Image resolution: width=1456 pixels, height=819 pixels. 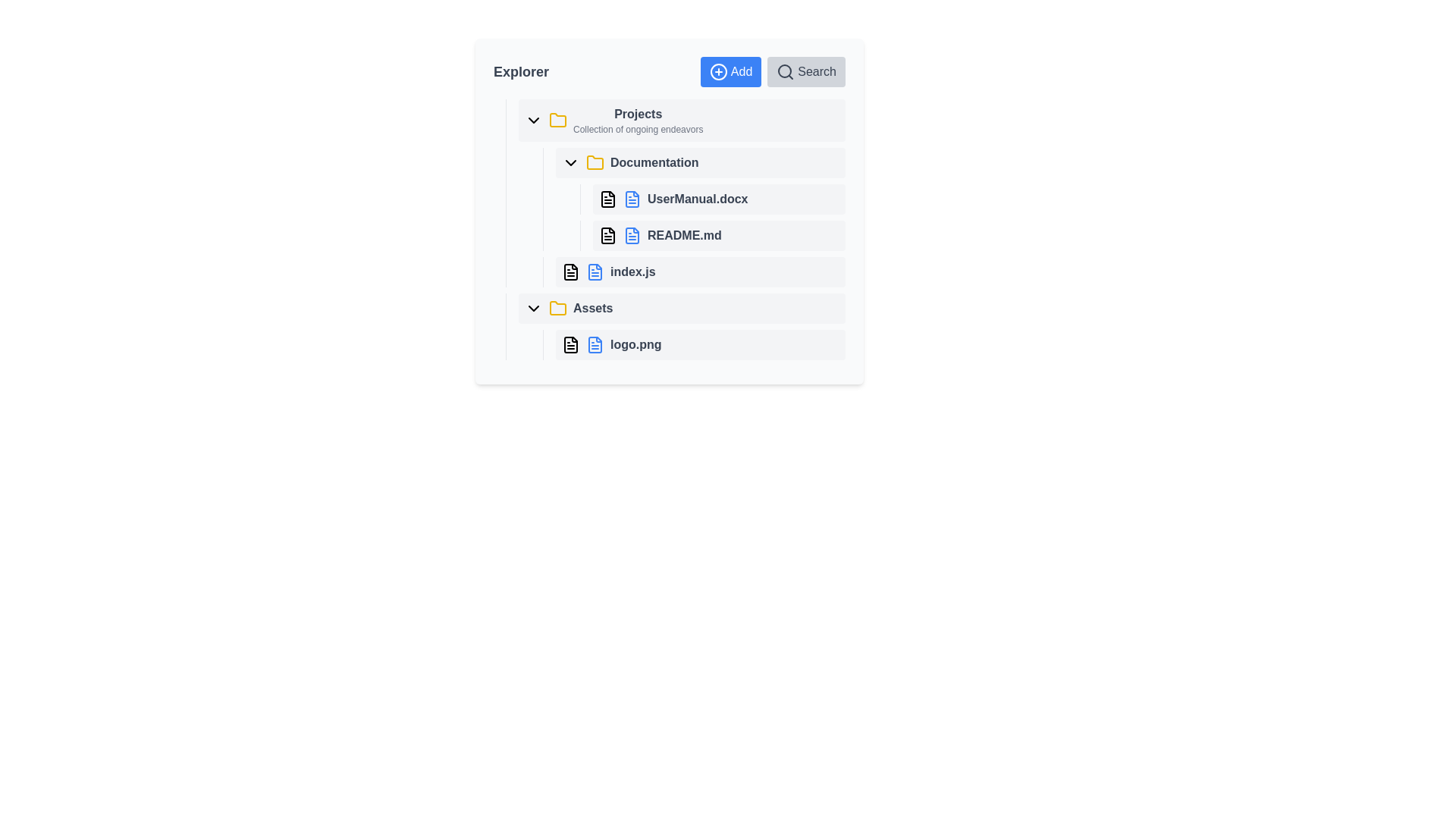 What do you see at coordinates (712, 198) in the screenshot?
I see `the file item labeled 'UserManual.docx' which features a blue-colored file icon and is the top entry under the 'Documentation' section` at bounding box center [712, 198].